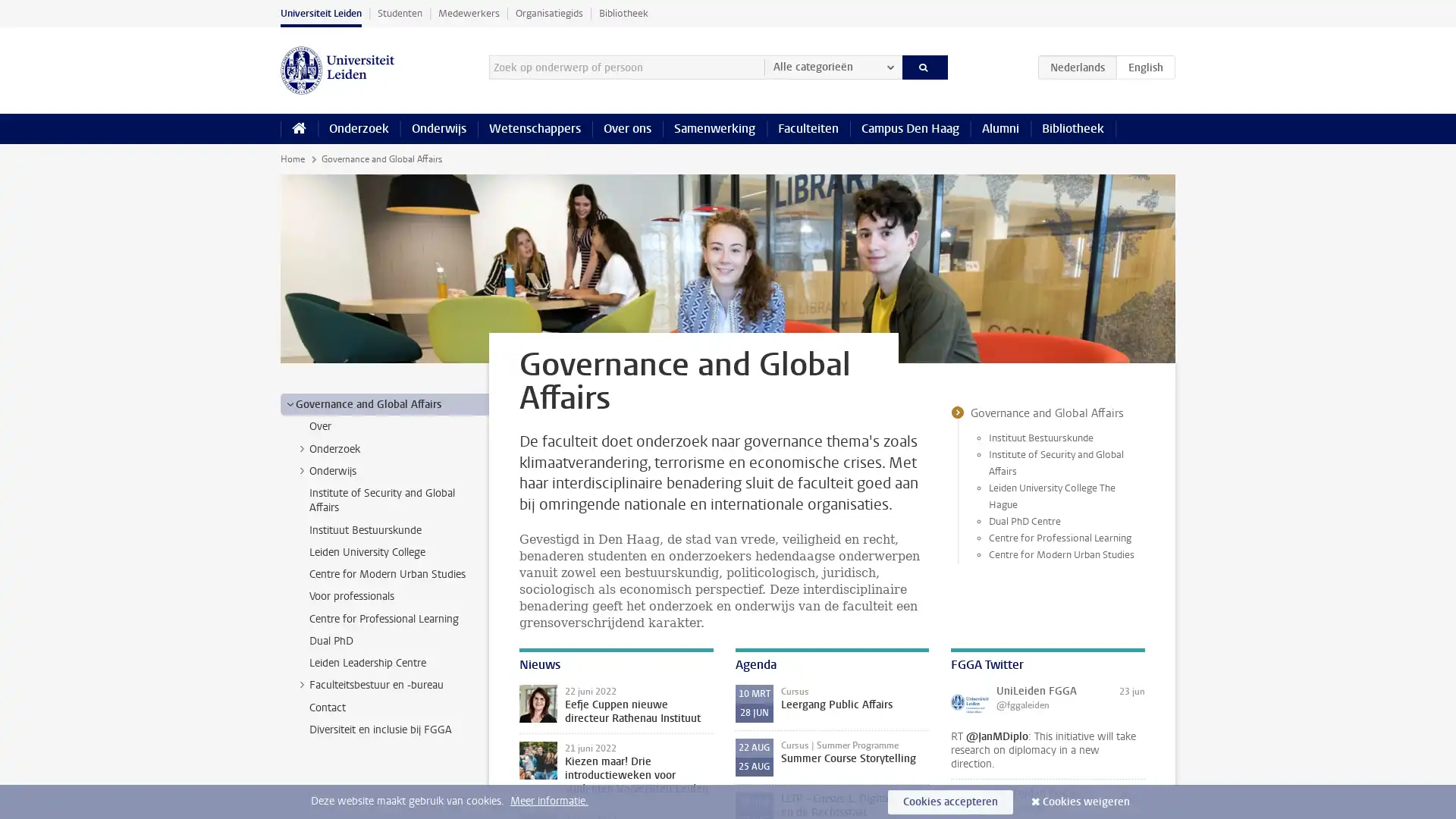 This screenshot has height=819, width=1456. I want to click on Alle categorieen, so click(832, 66).